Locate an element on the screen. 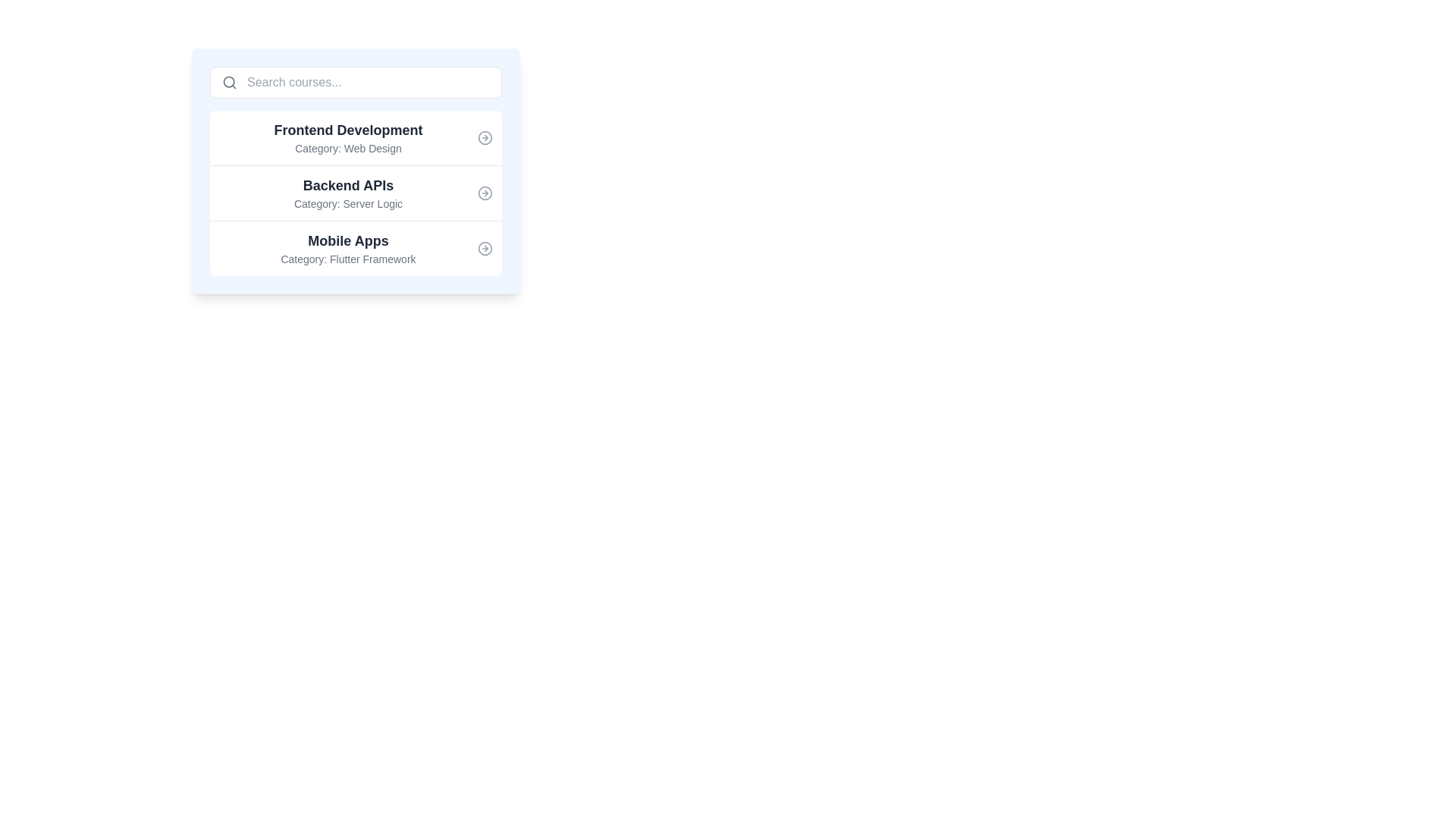 The width and height of the screenshot is (1456, 819). 'Frontend Development' text label which is prominently displayed in bold, dark gray font at the top of the list is located at coordinates (347, 130).